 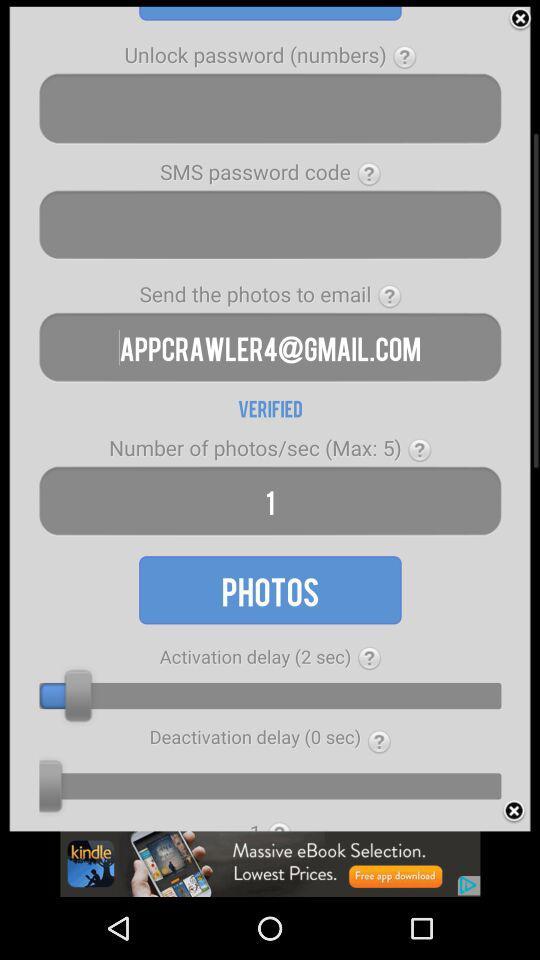 What do you see at coordinates (379, 794) in the screenshot?
I see `the help icon` at bounding box center [379, 794].